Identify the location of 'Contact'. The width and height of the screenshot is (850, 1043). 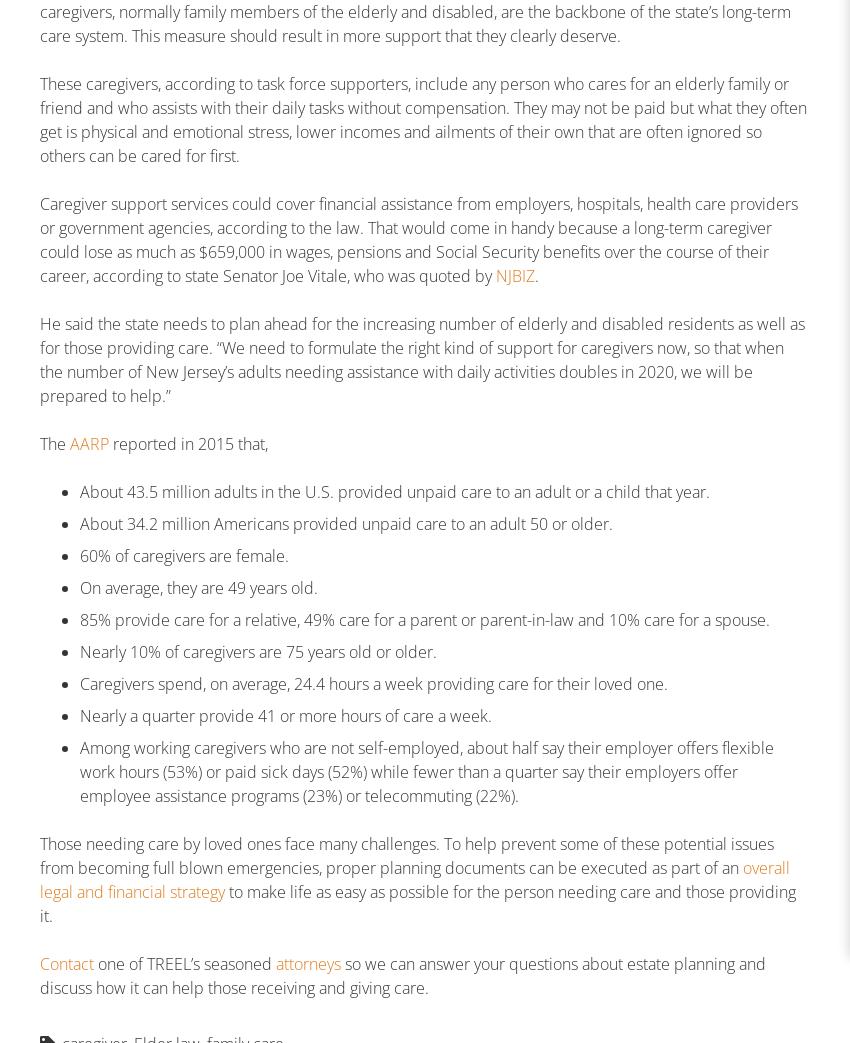
(66, 963).